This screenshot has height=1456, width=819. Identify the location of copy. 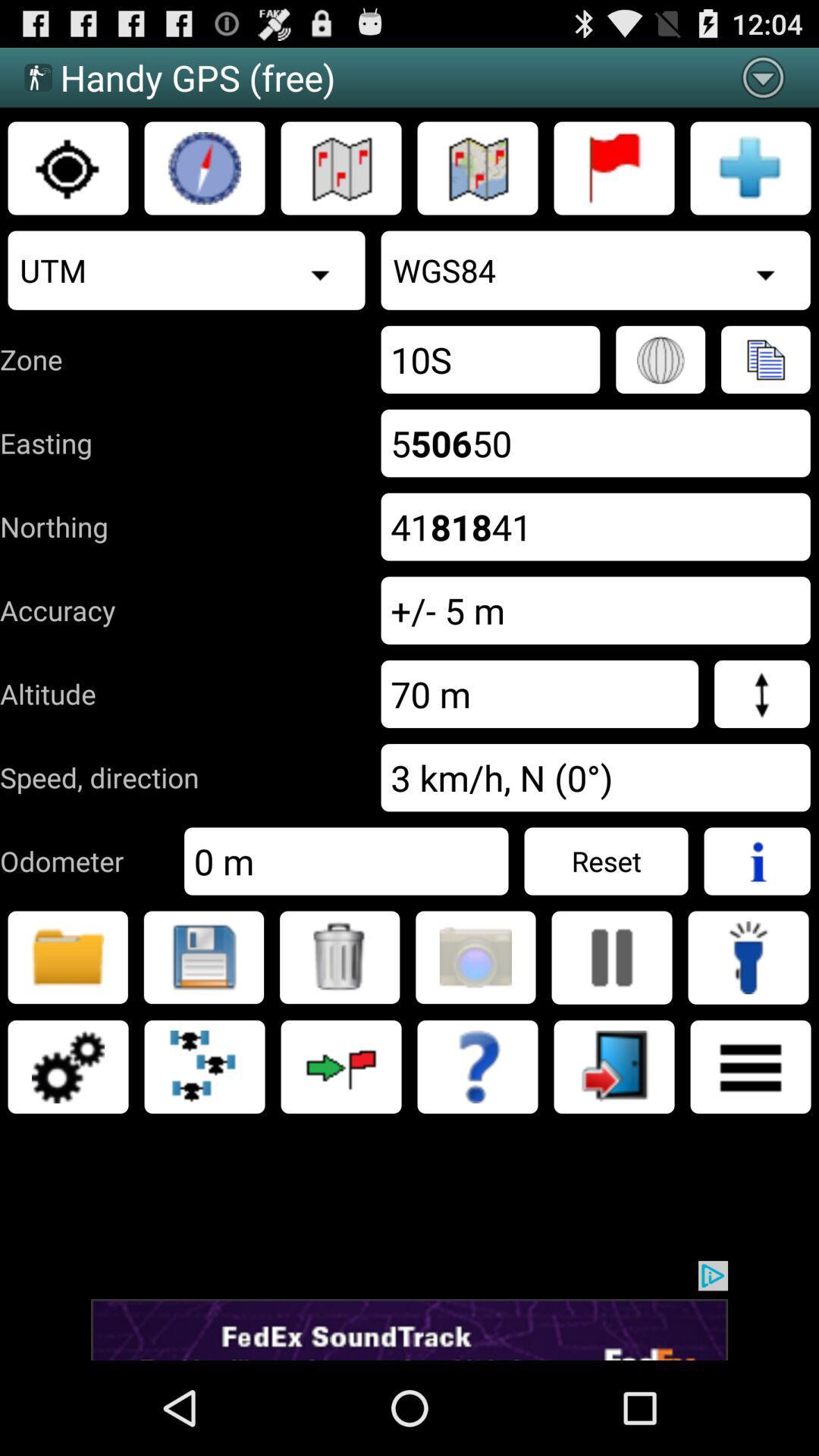
(765, 359).